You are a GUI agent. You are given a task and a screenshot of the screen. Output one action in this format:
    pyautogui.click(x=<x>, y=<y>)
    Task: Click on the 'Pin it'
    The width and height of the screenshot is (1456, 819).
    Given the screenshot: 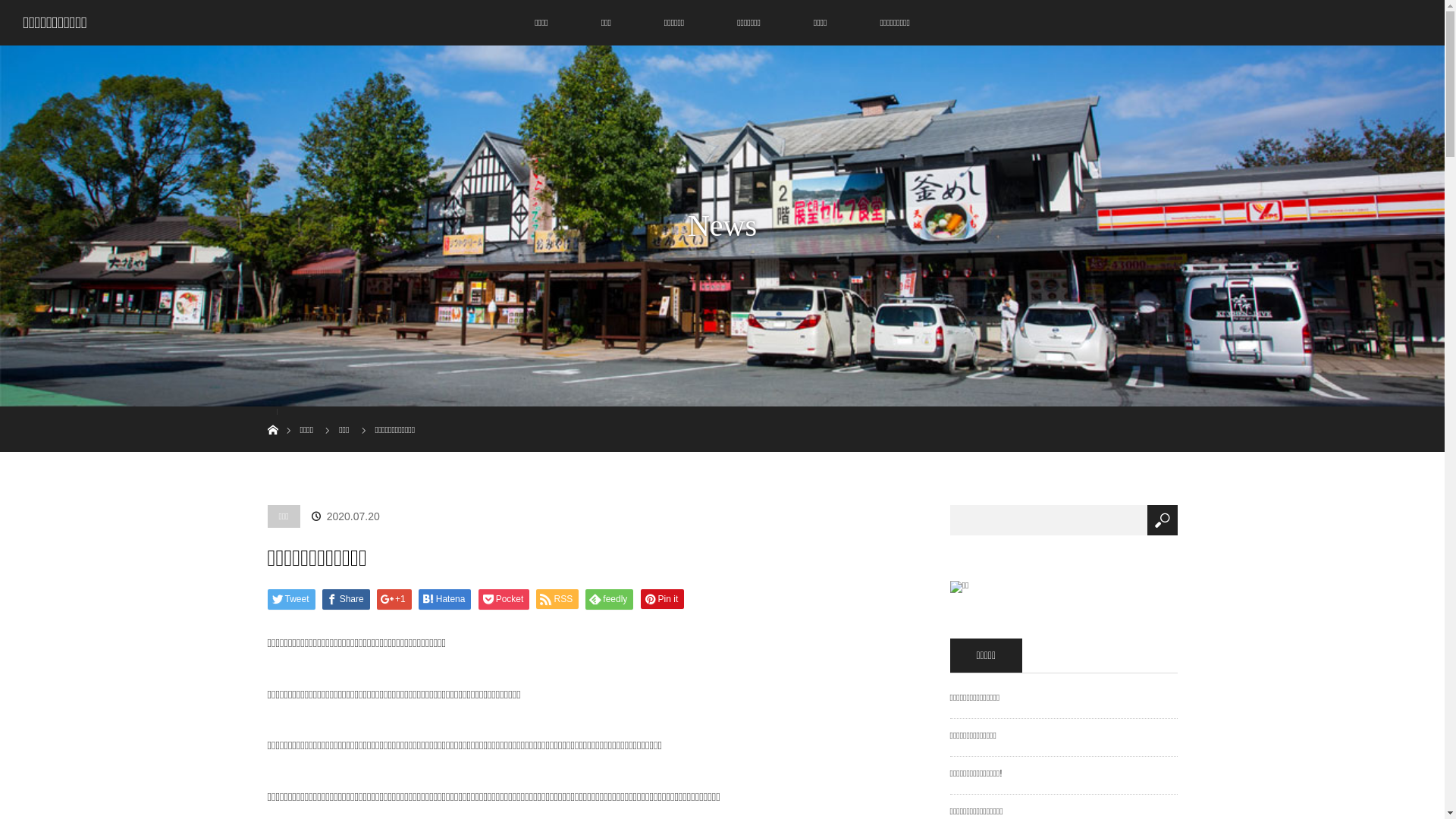 What is the action you would take?
    pyautogui.click(x=662, y=598)
    